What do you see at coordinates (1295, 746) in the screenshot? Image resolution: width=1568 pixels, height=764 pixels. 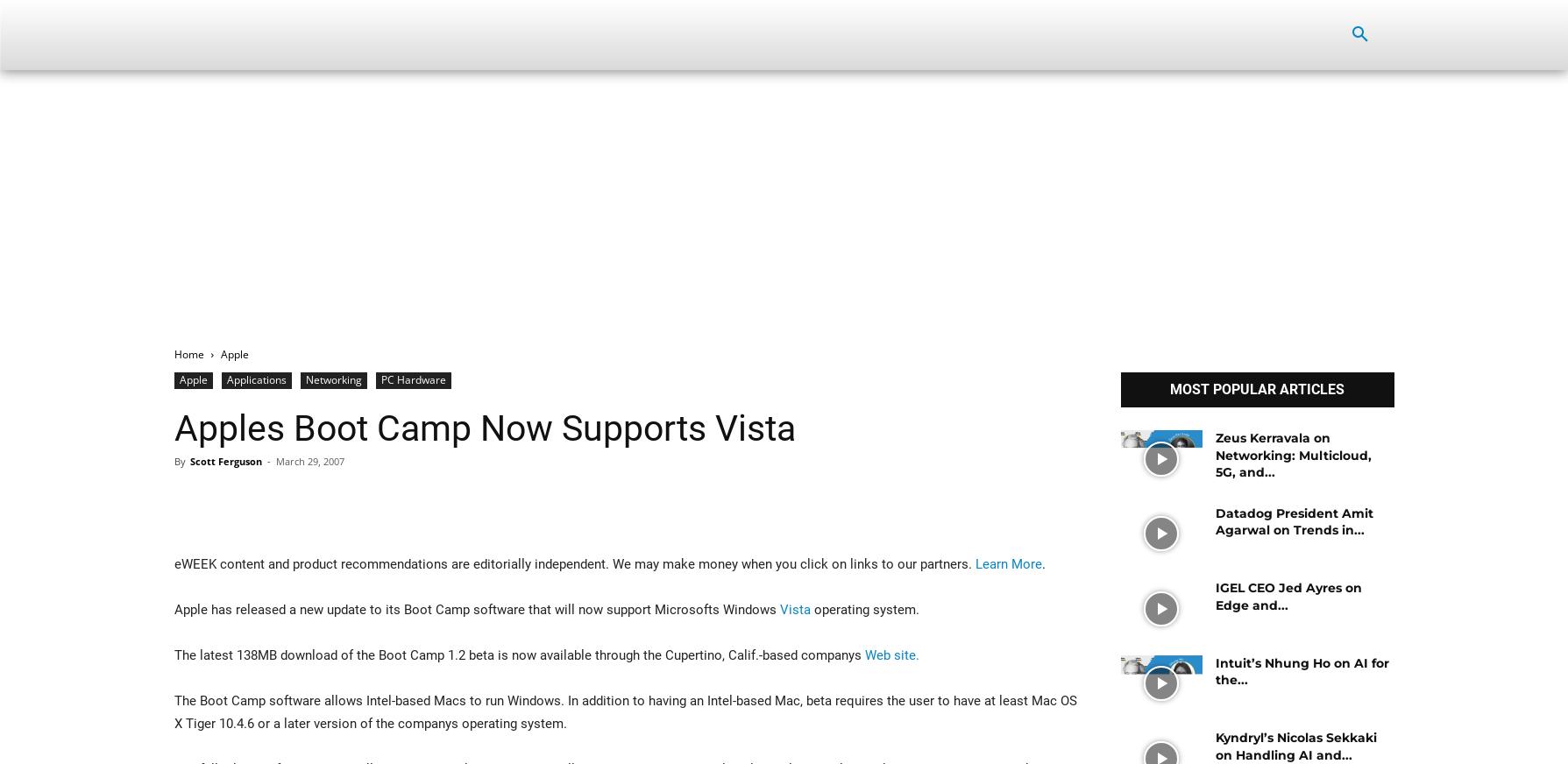 I see `'Kyndryl’s Nicolas Sekkaki on Handling AI and...'` at bounding box center [1295, 746].